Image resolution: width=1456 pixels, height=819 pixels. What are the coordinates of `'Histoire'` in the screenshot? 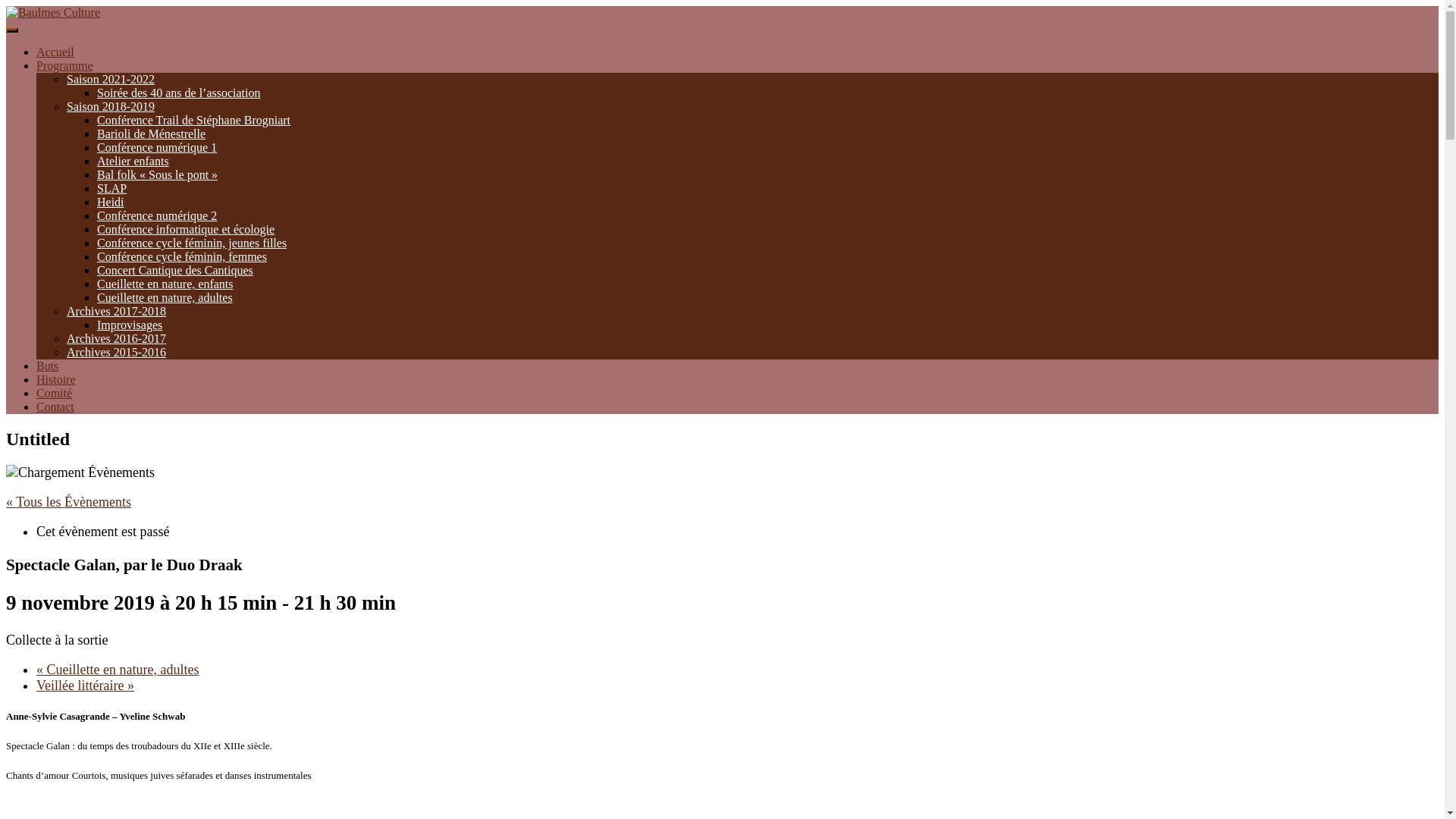 It's located at (55, 378).